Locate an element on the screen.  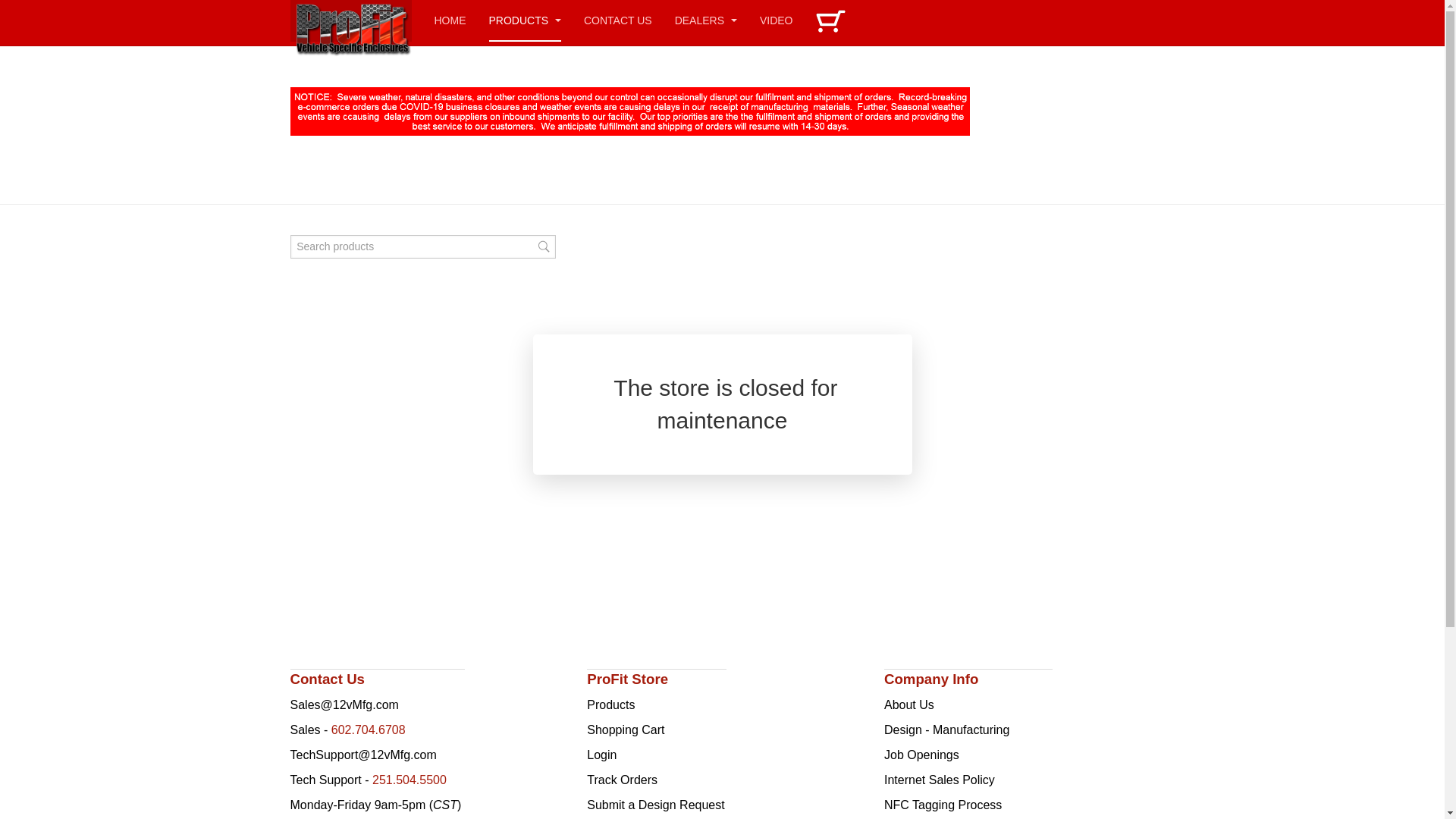
'NFC Tagging Process' is located at coordinates (942, 804).